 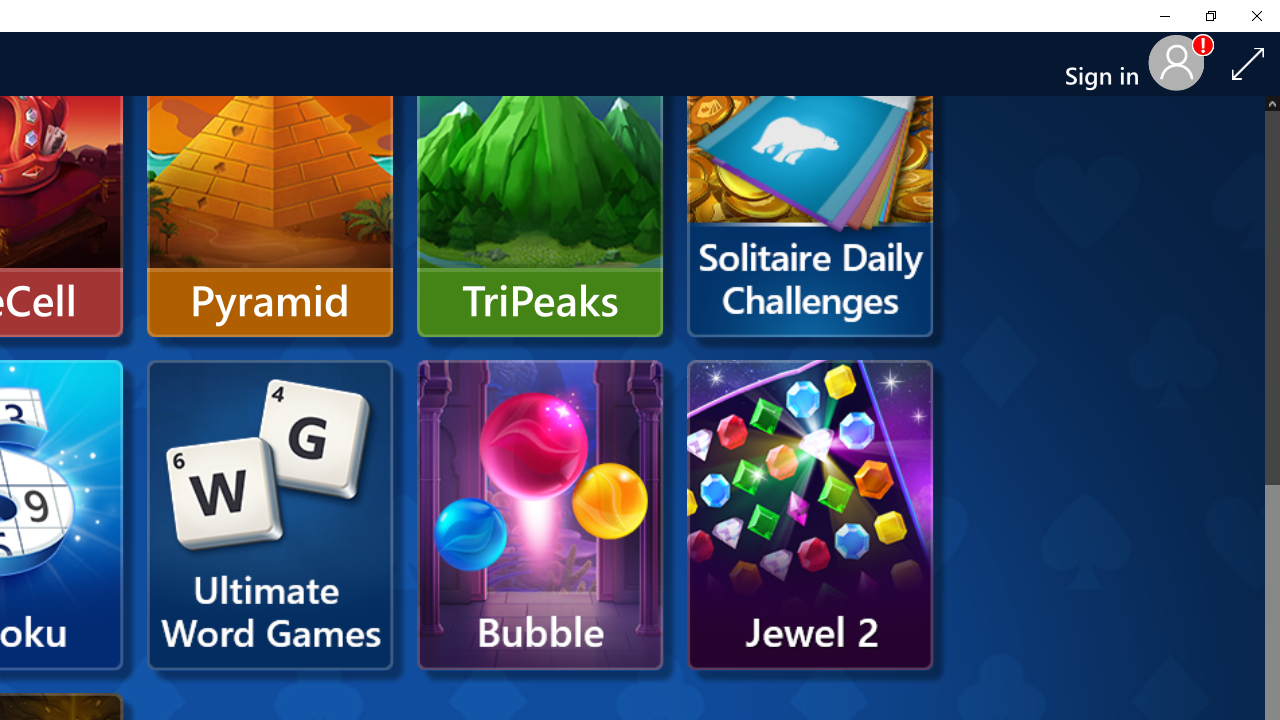 I want to click on 'Microsoft Bubble', so click(x=540, y=514).